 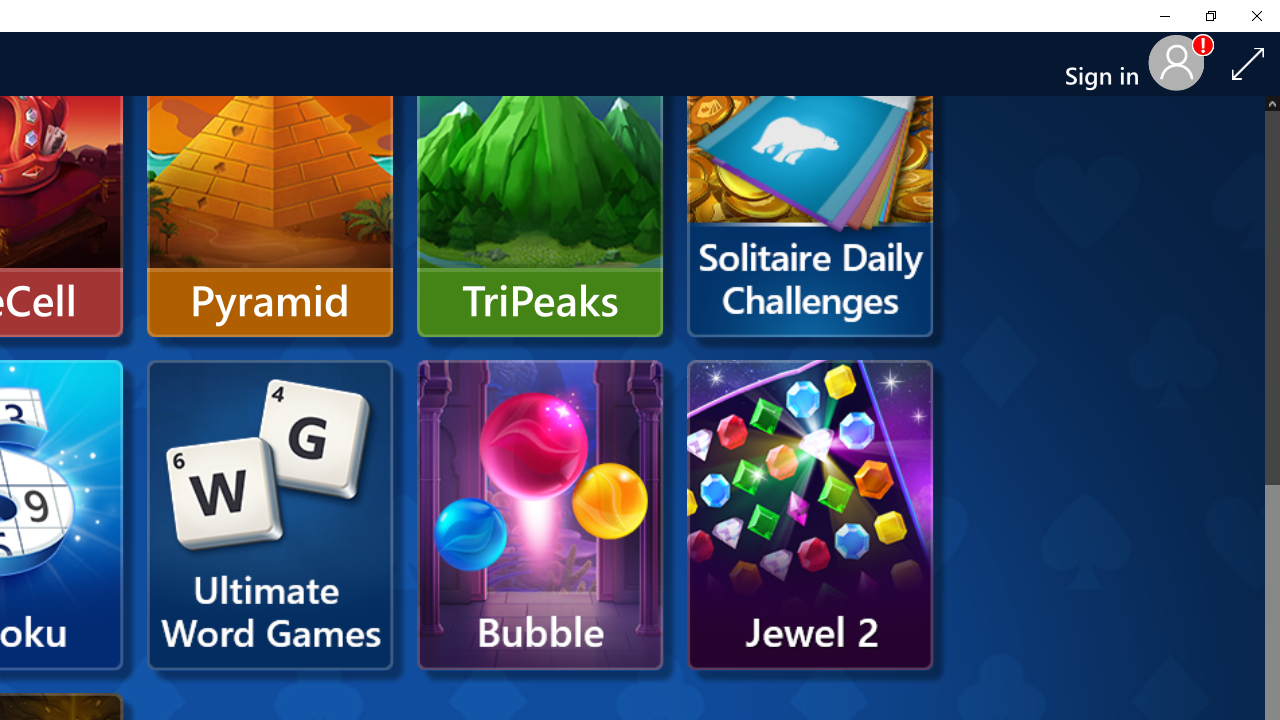 I want to click on 'Microsoft Bubble', so click(x=540, y=514).